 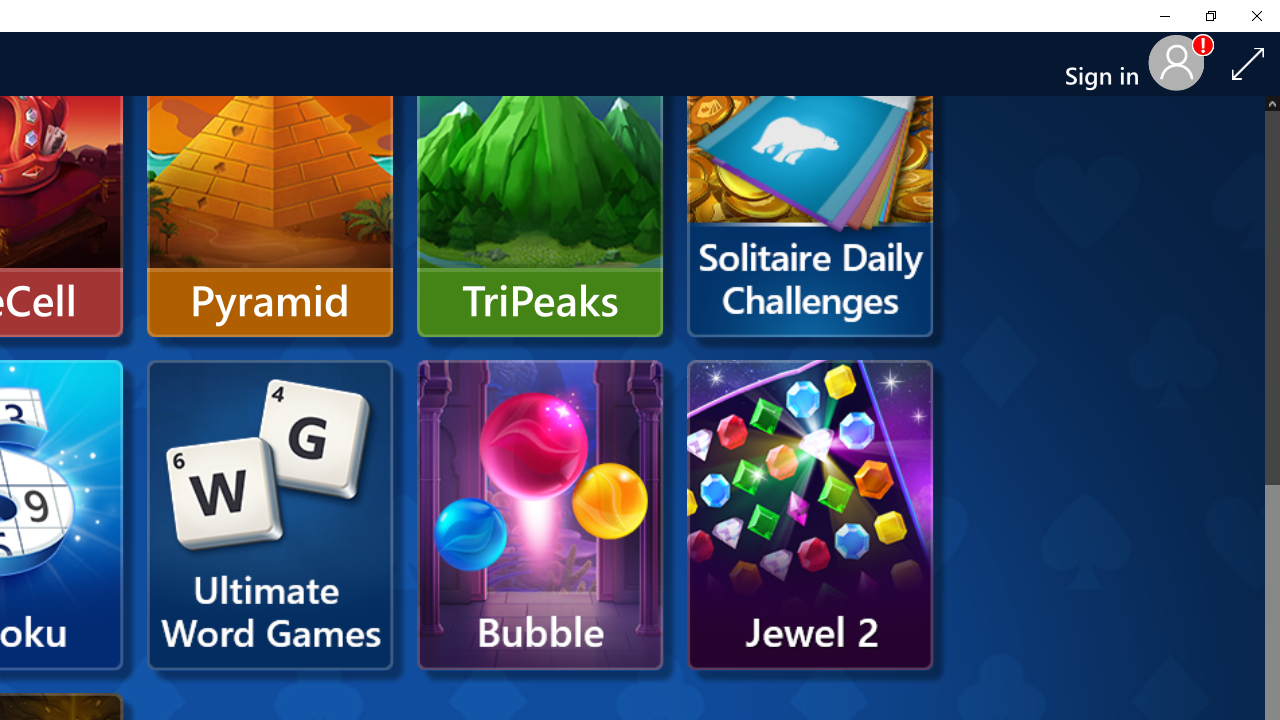 I want to click on 'Microsoft Bubble', so click(x=540, y=514).